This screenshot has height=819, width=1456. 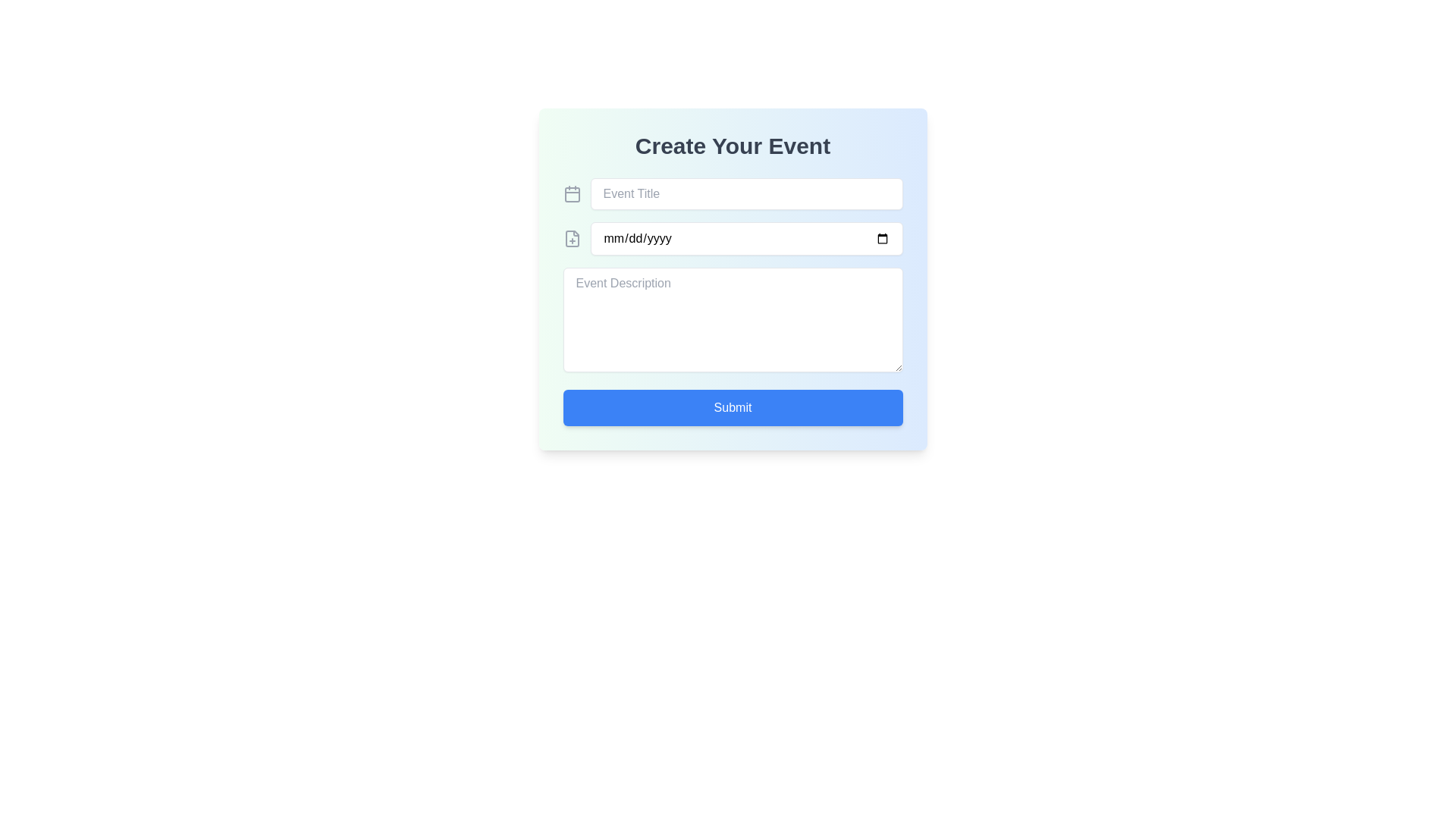 What do you see at coordinates (733, 239) in the screenshot?
I see `the Date input field, which is styled with a white background, grey border, and rounded corners, to focus and type a date` at bounding box center [733, 239].